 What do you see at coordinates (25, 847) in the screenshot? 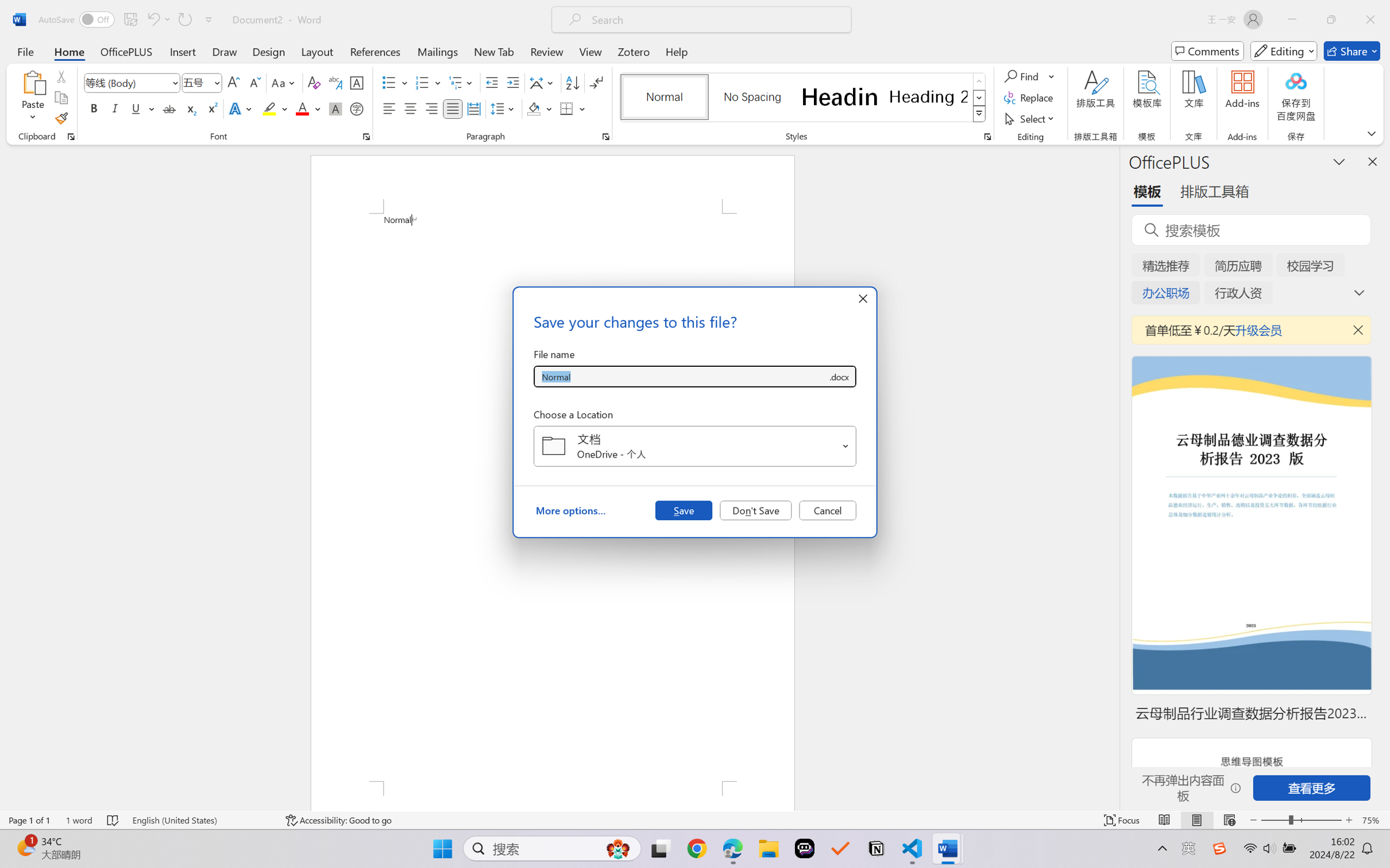
I see `'AutomationID: BadgeAnchorLargeTicker'` at bounding box center [25, 847].